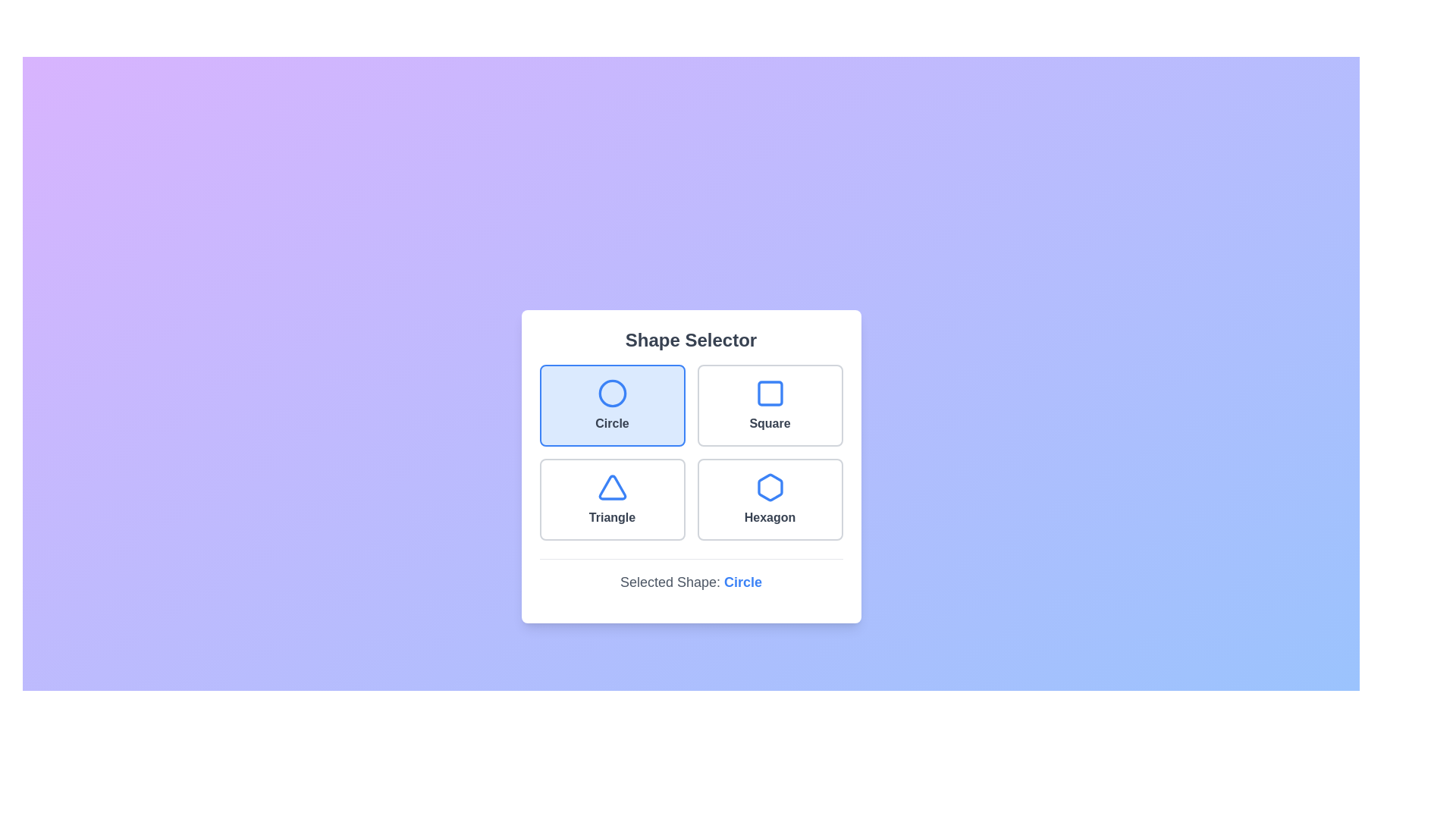  What do you see at coordinates (770, 404) in the screenshot?
I see `the shape Square by clicking its button` at bounding box center [770, 404].